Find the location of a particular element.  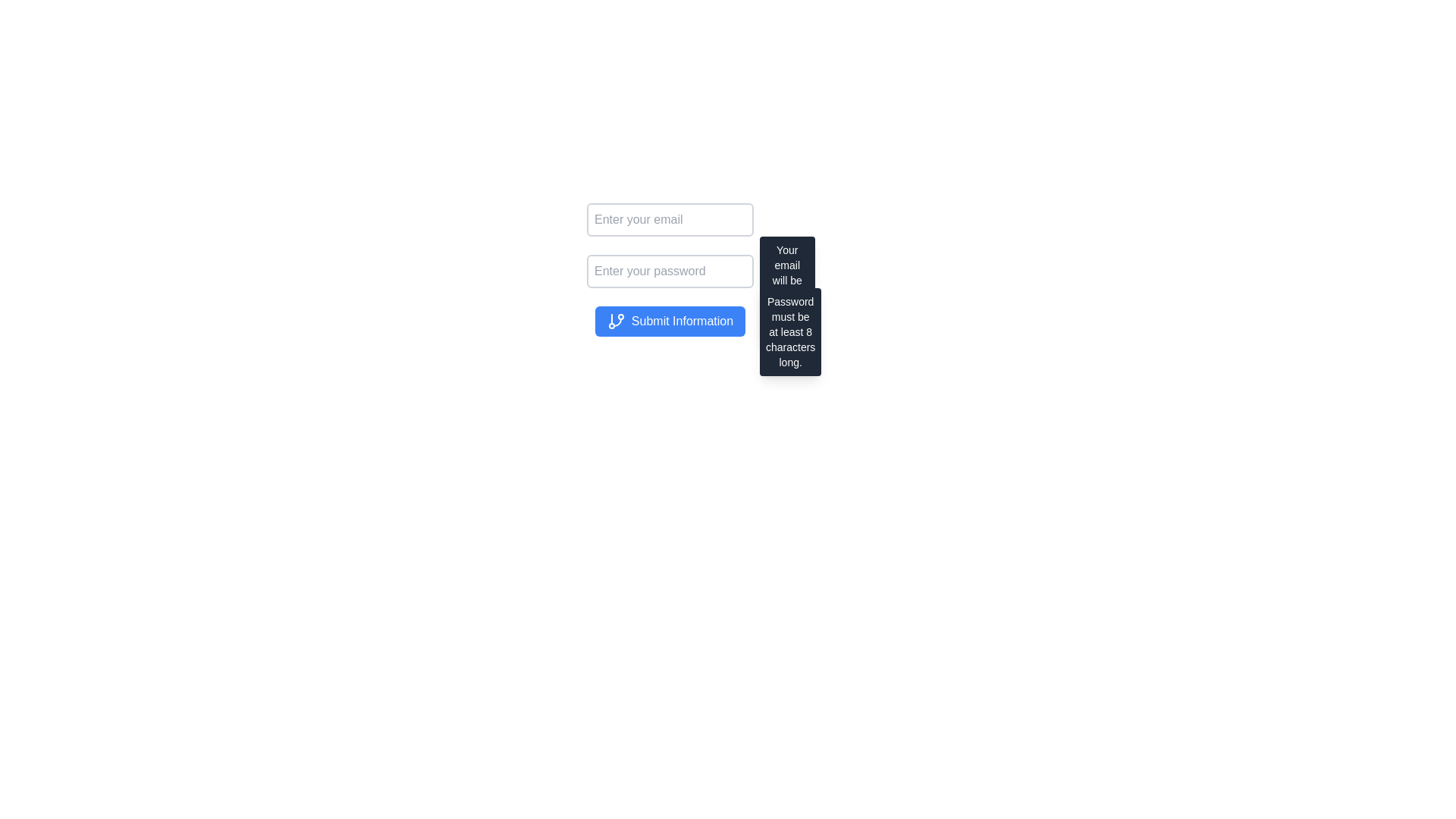

tooltip displaying the message 'Password must be at least 8 characters long.' which is a dark gray box with white text, located slightly overlapping the right side of the password input field is located at coordinates (789, 331).